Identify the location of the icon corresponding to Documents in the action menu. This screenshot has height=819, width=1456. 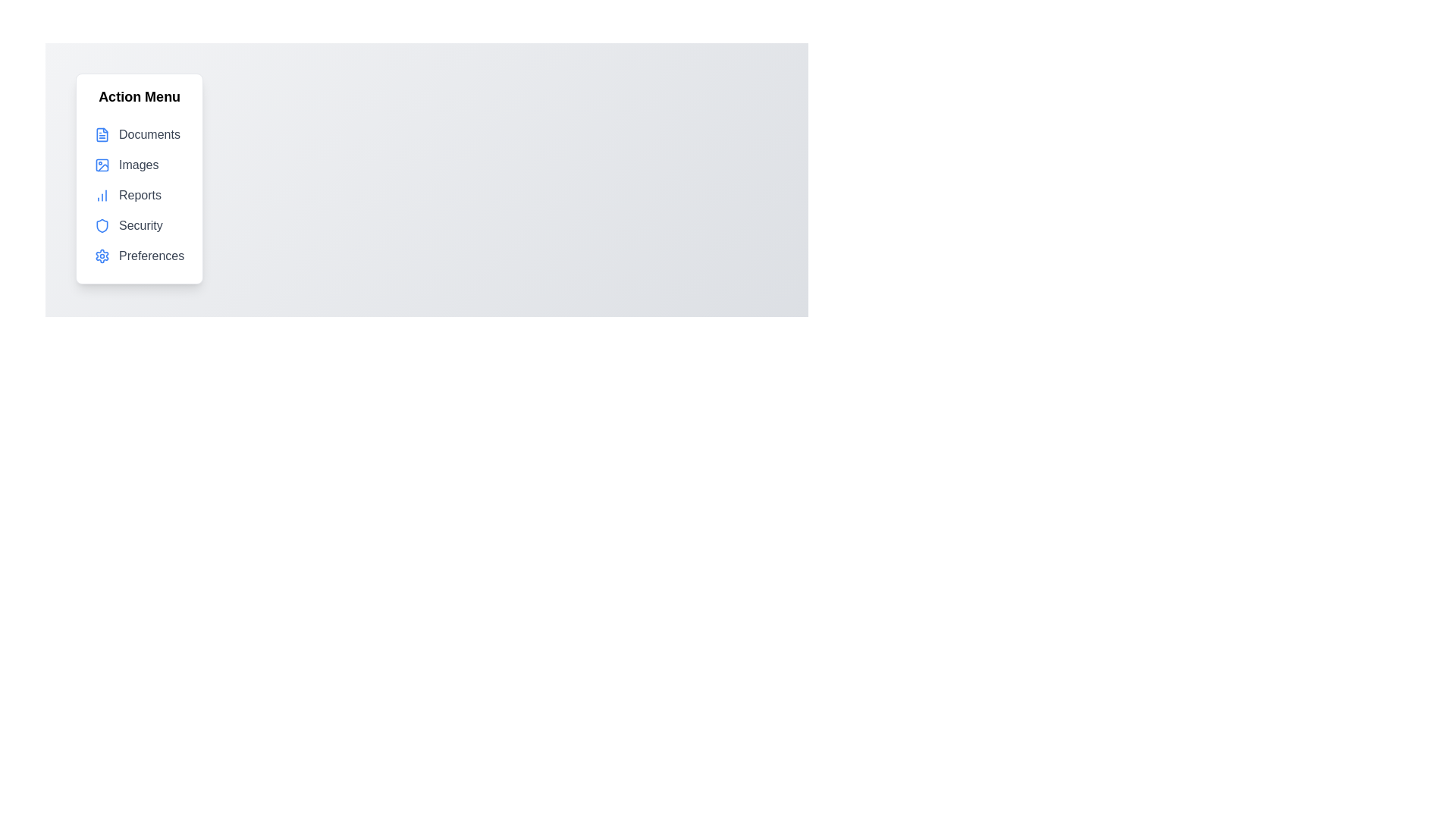
(101, 133).